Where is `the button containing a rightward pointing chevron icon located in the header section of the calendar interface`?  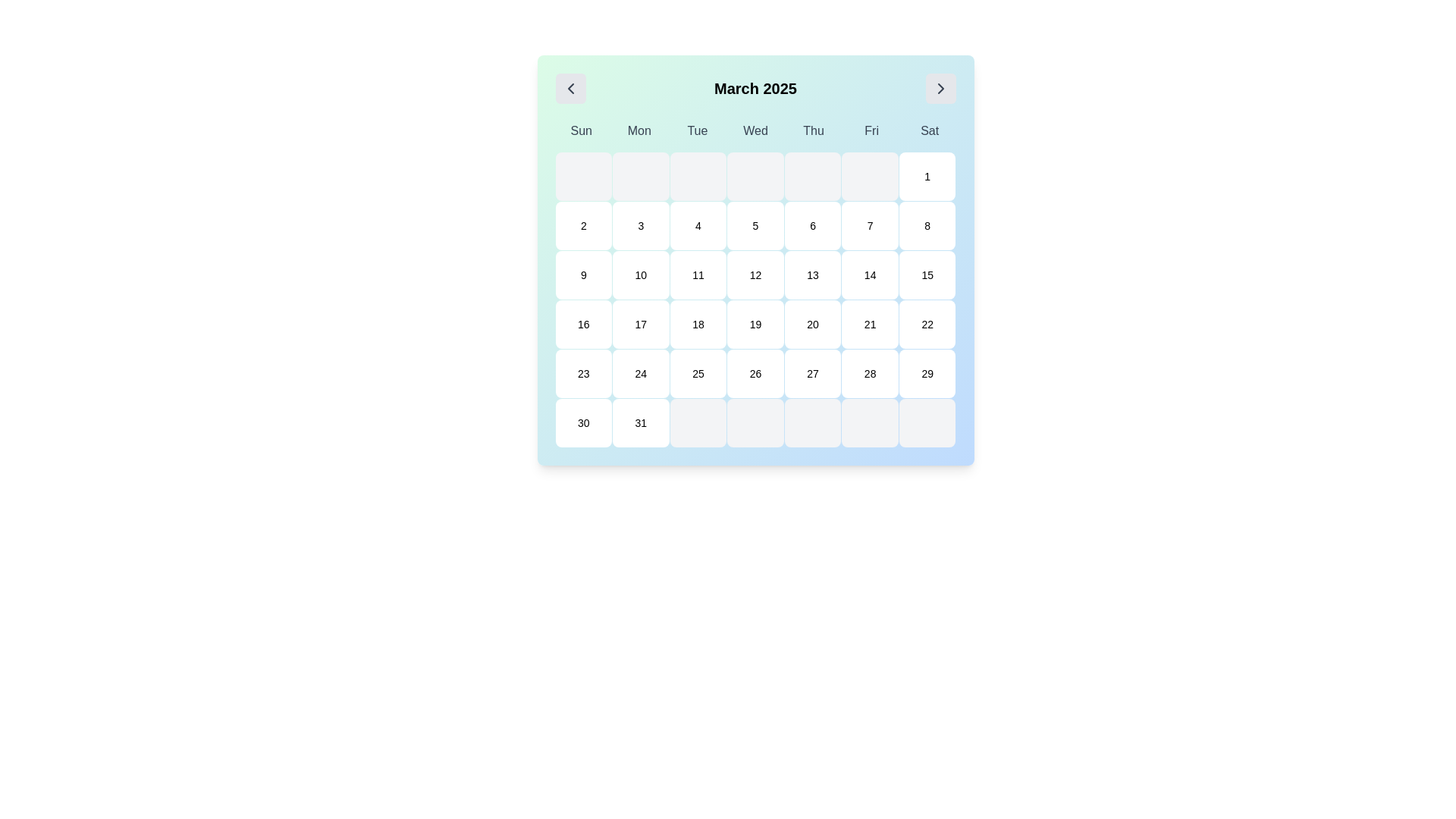 the button containing a rightward pointing chevron icon located in the header section of the calendar interface is located at coordinates (940, 88).